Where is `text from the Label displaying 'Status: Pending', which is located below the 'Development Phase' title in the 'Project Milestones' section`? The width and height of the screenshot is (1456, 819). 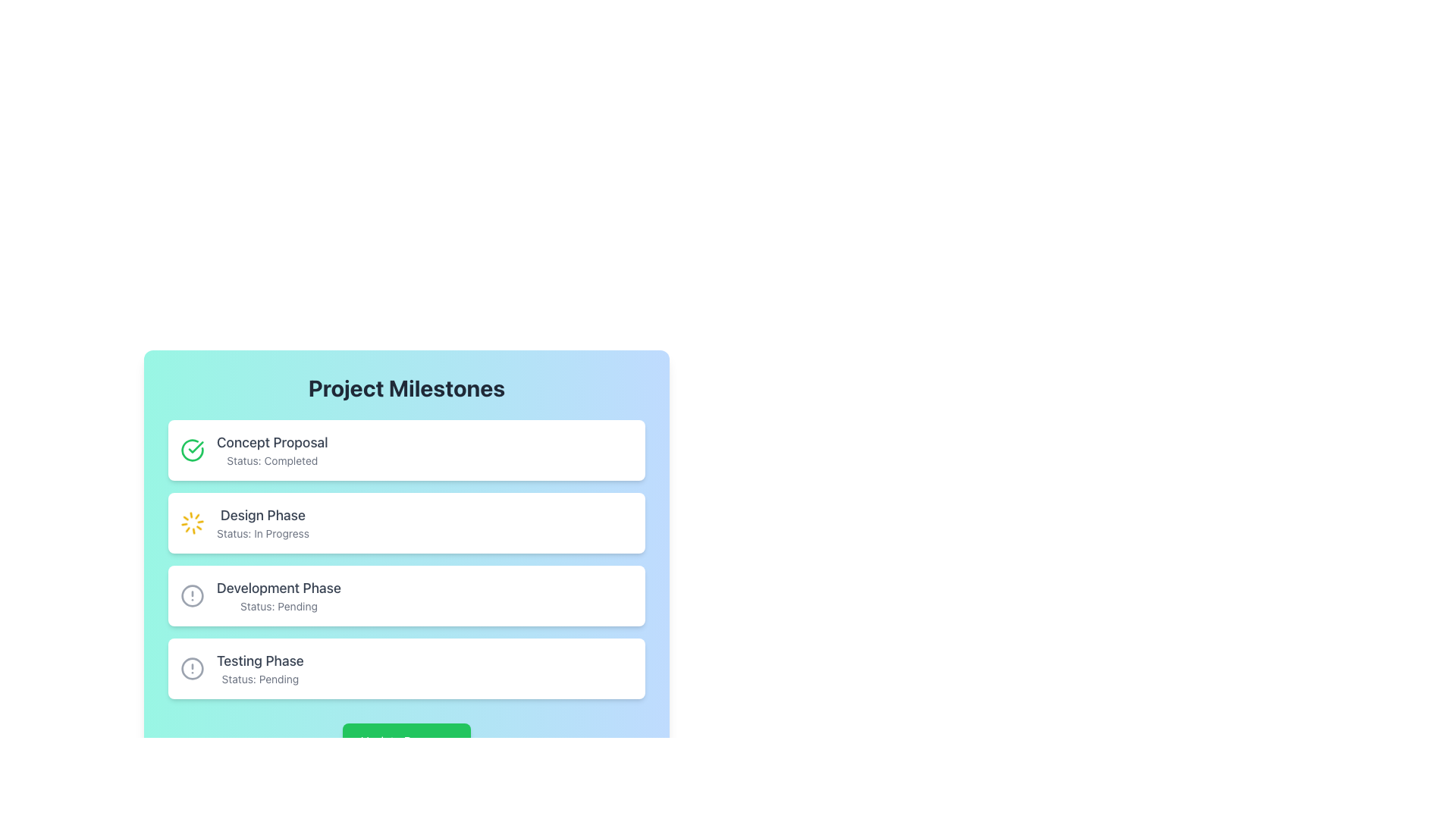
text from the Label displaying 'Status: Pending', which is located below the 'Development Phase' title in the 'Project Milestones' section is located at coordinates (279, 605).